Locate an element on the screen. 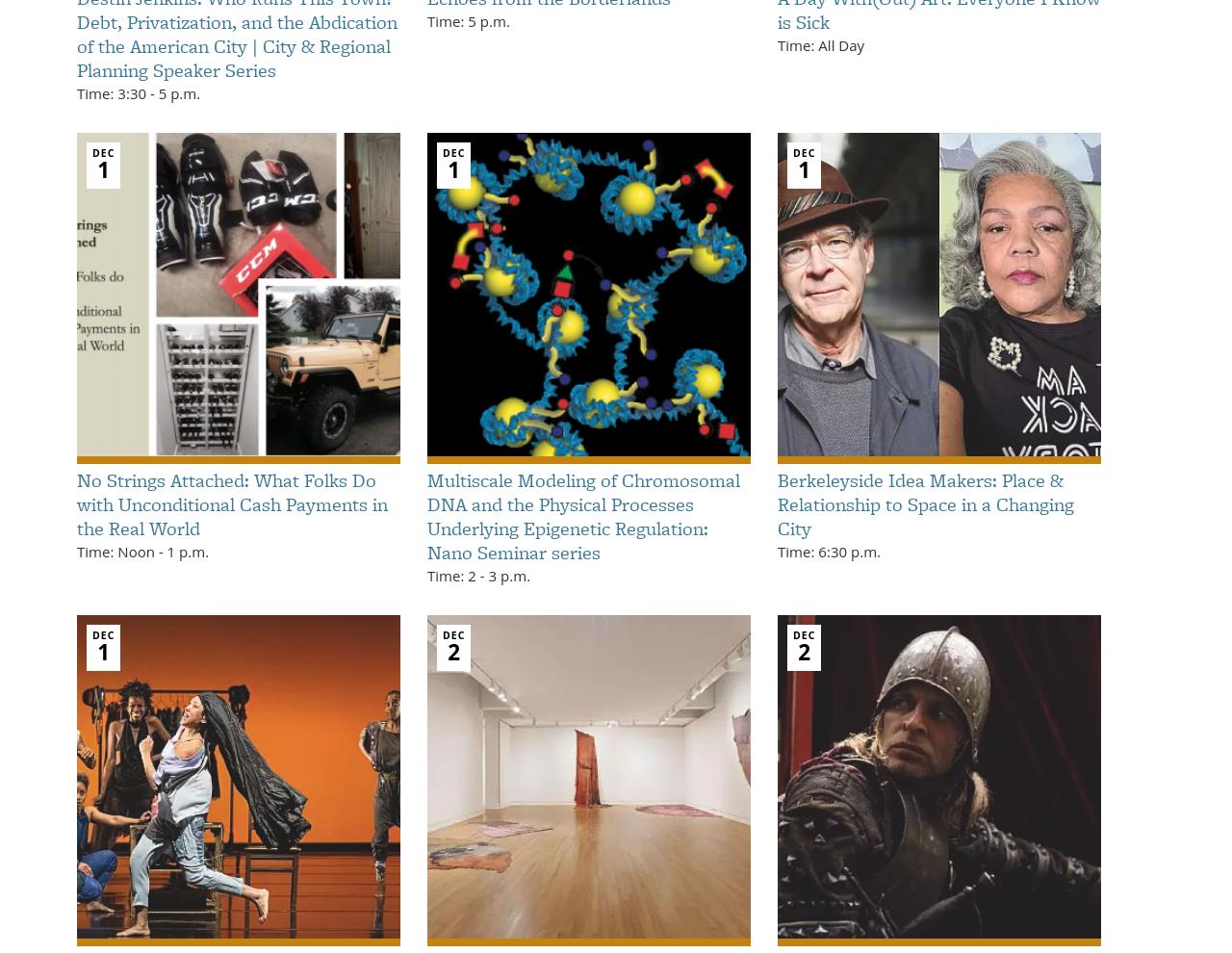 The width and height of the screenshot is (1232, 953). 'No Strings Attached: What Folks Do with Unconditional Cash Payments in the Real World' is located at coordinates (231, 502).